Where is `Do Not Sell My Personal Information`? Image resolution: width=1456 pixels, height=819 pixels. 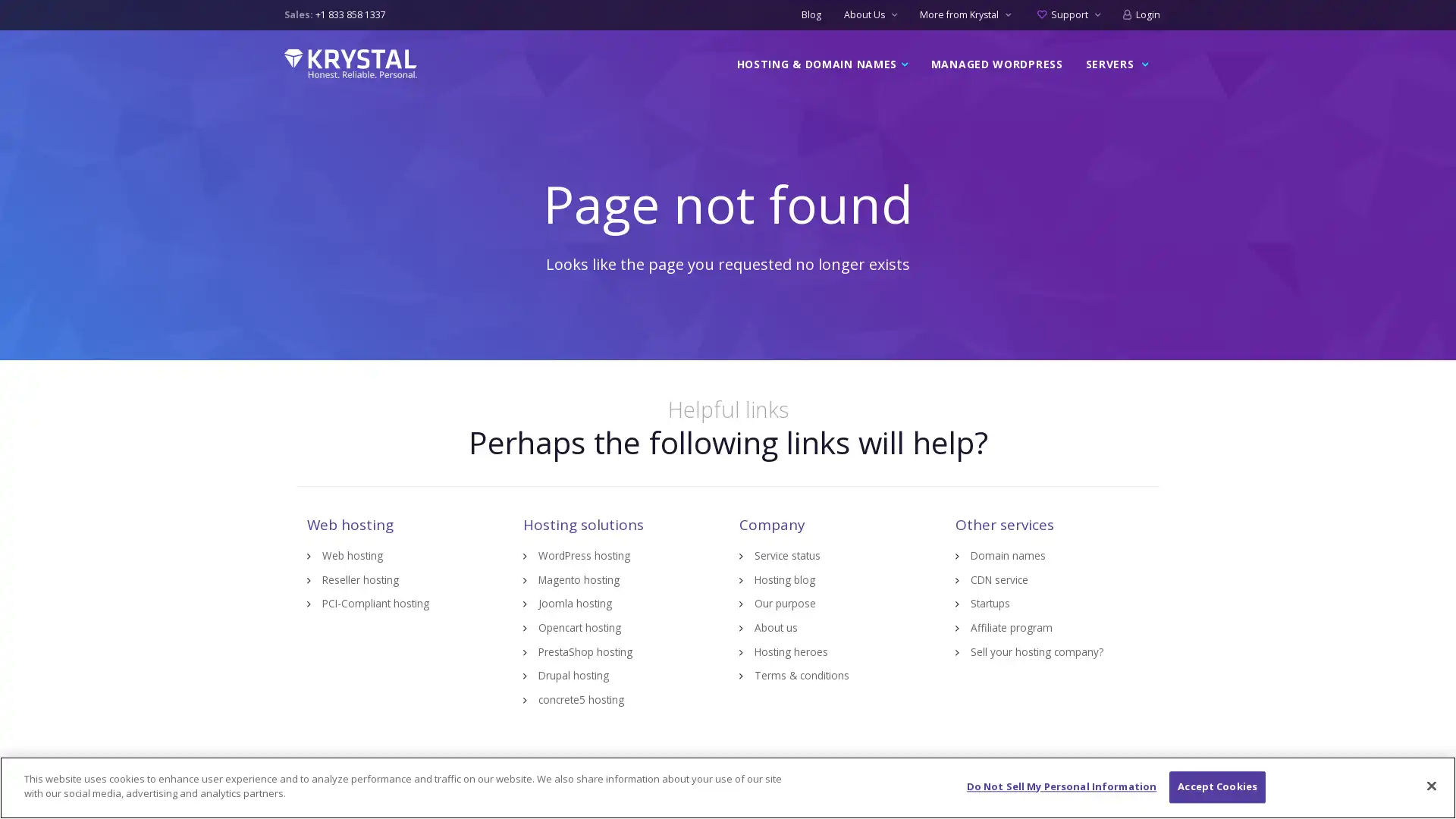 Do Not Sell My Personal Information is located at coordinates (1060, 786).